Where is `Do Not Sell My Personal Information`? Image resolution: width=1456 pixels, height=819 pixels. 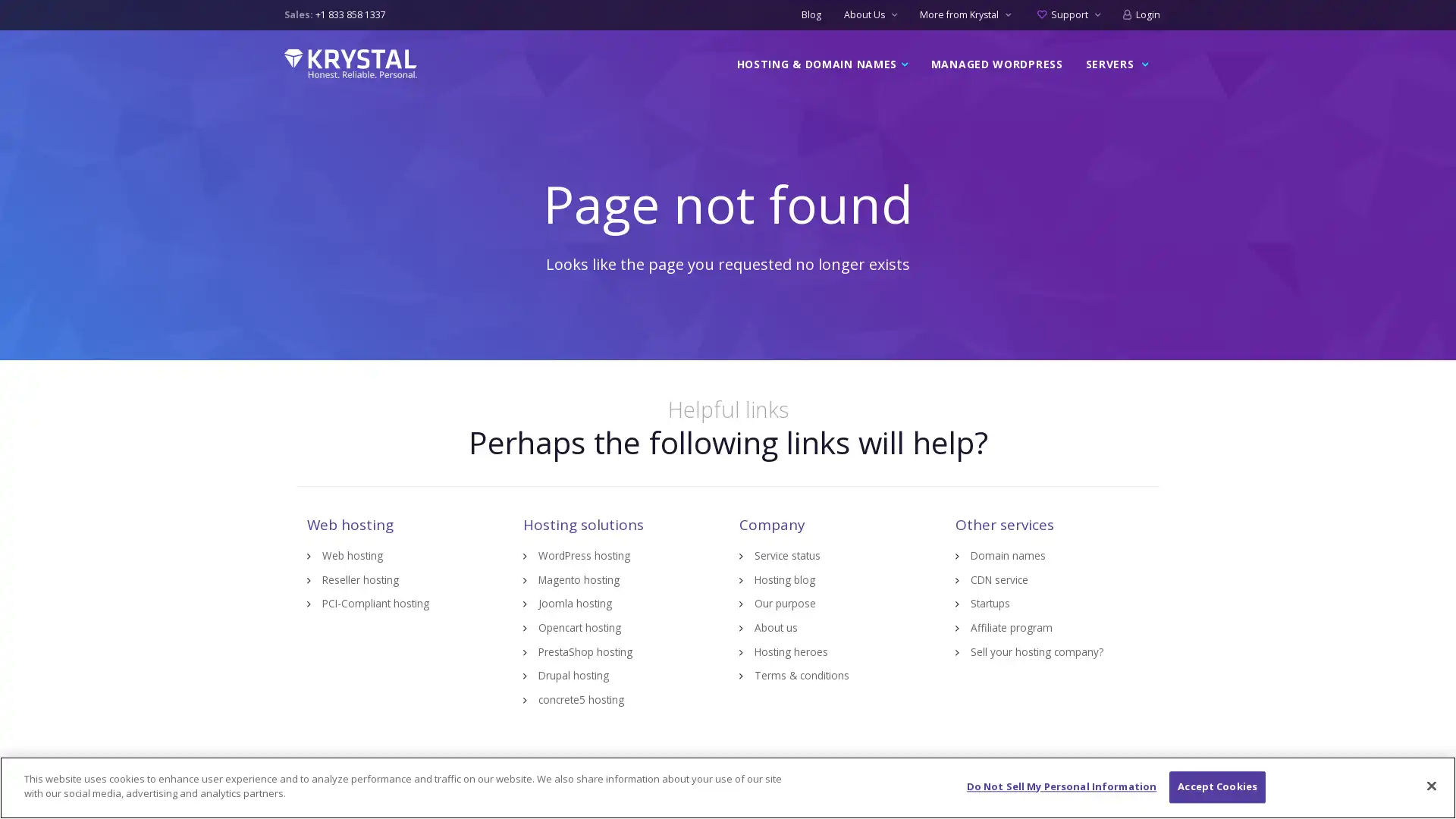 Do Not Sell My Personal Information is located at coordinates (1060, 786).